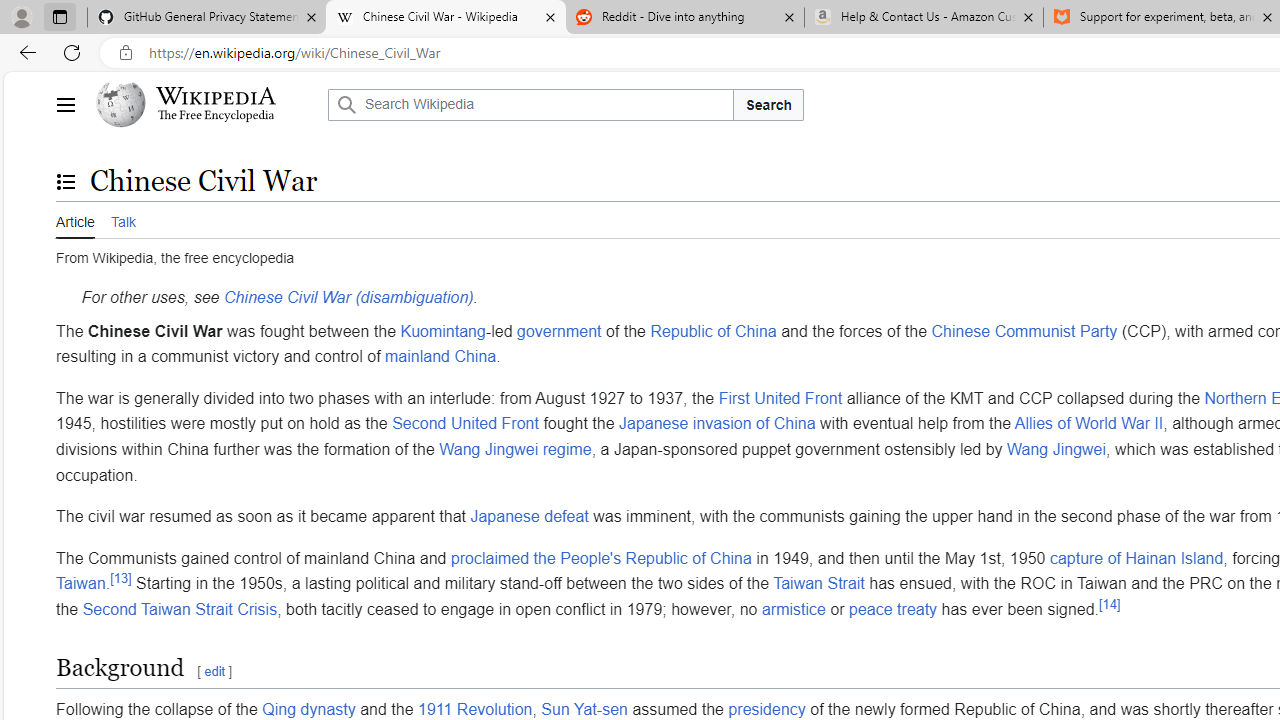  Describe the element at coordinates (531, 105) in the screenshot. I see `'Search Wikipedia'` at that location.